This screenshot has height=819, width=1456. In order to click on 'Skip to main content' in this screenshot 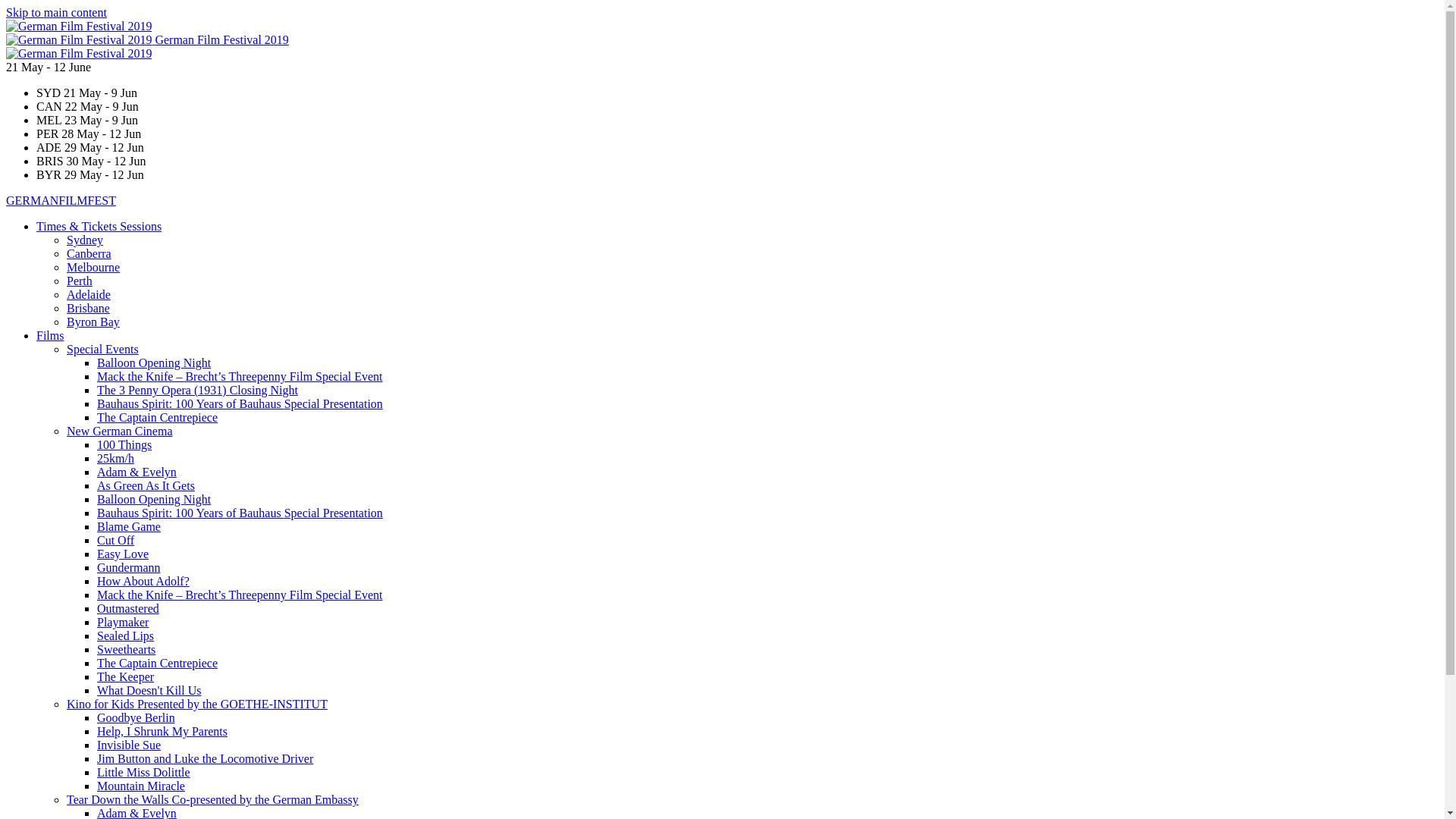, I will do `click(6, 12)`.